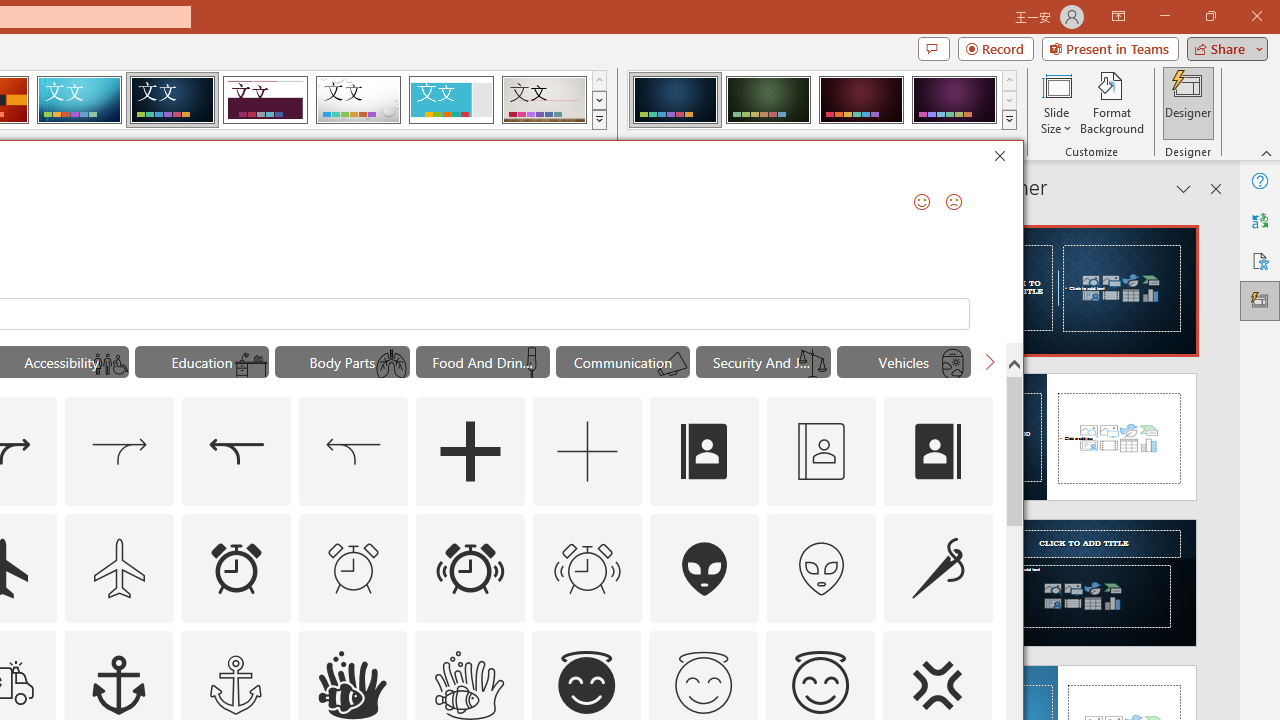  I want to click on '"Food And Drinks" Icons.', so click(483, 362).